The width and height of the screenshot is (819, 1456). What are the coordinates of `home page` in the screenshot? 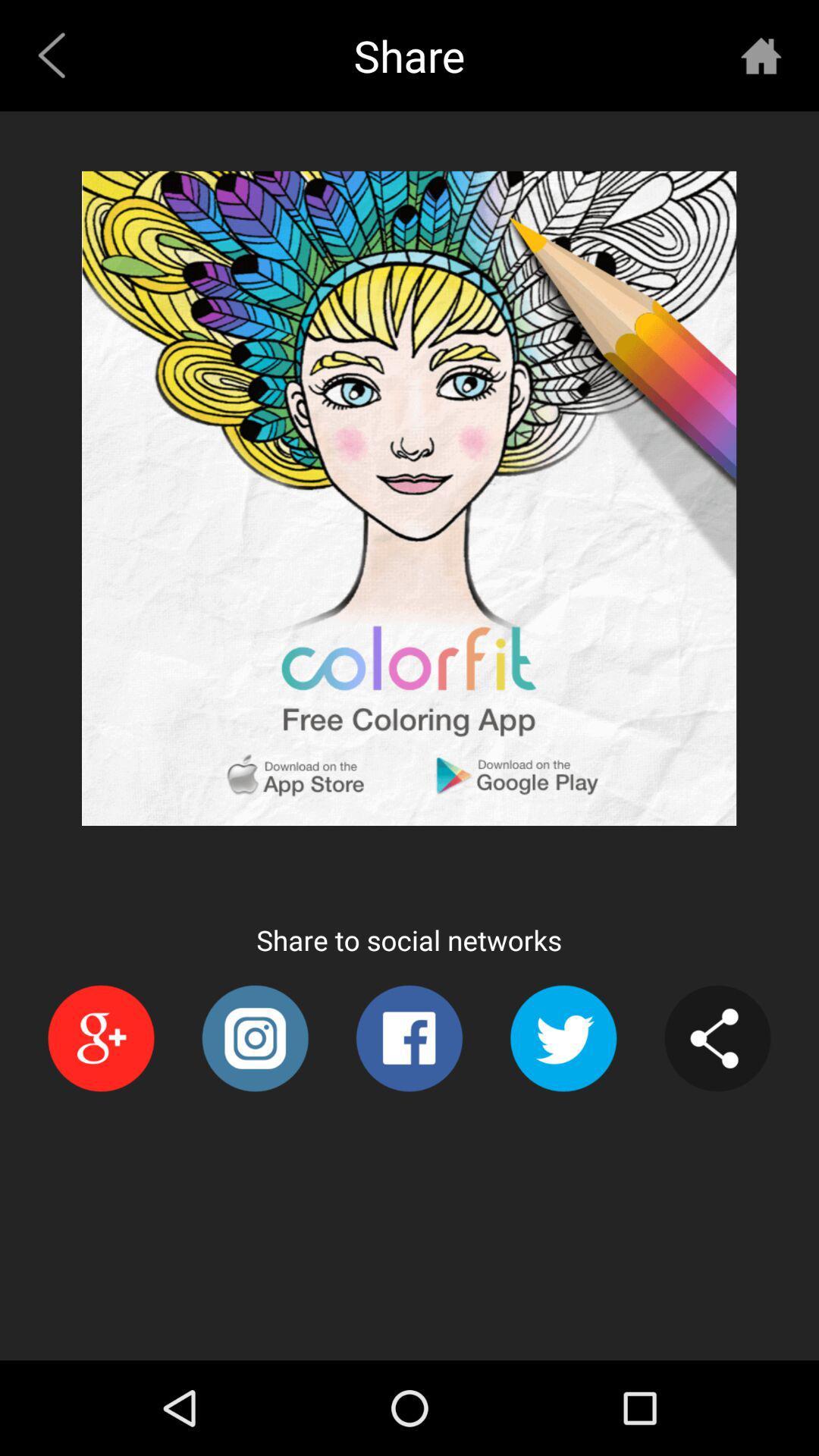 It's located at (761, 55).